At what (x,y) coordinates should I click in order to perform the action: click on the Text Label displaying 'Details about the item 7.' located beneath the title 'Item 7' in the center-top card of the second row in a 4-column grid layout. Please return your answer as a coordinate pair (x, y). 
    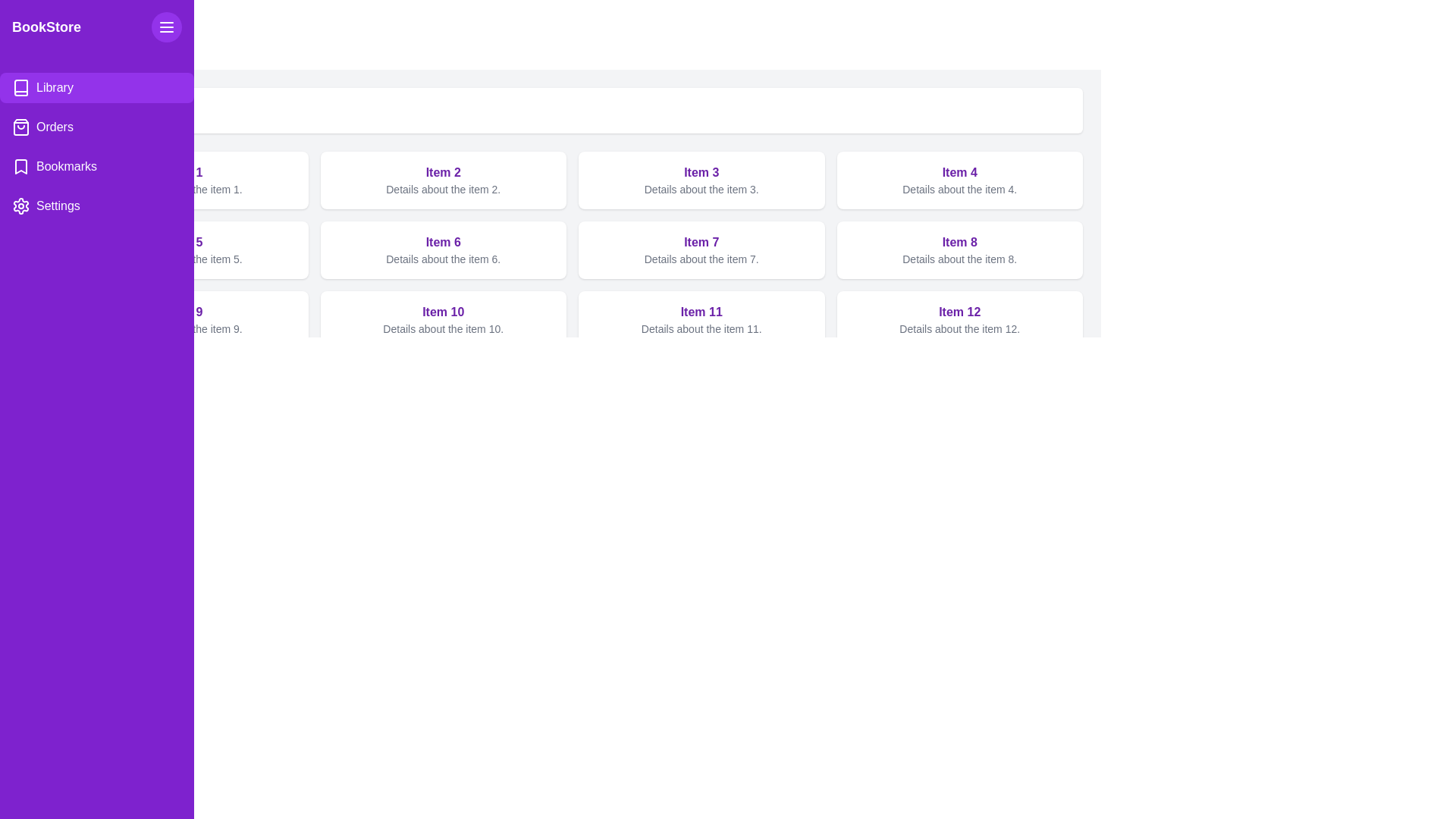
    Looking at the image, I should click on (701, 259).